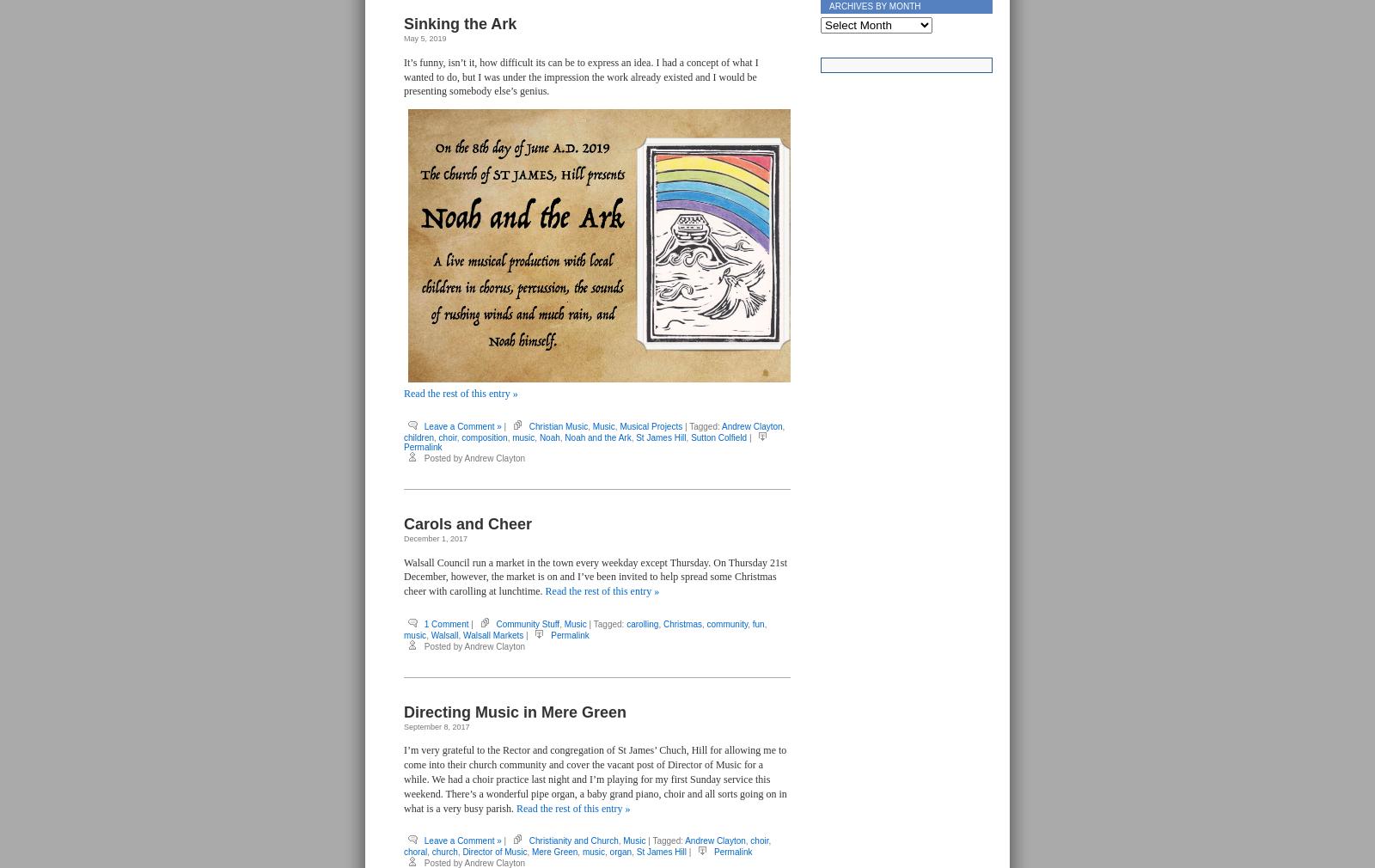  I want to click on '.', so click(1004, 21).